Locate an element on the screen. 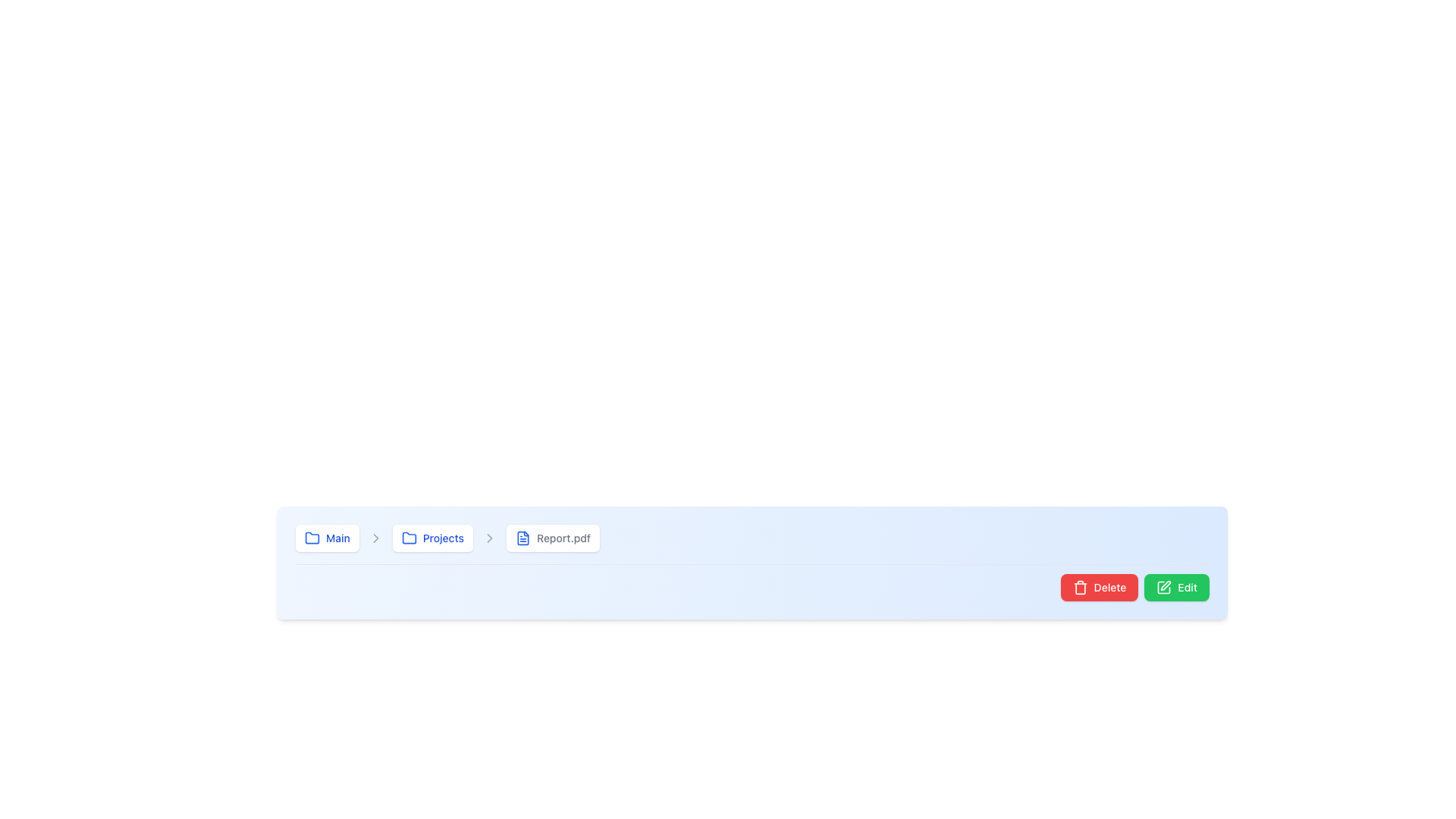  the green rectangular button labeled 'Edit' is located at coordinates (1176, 587).